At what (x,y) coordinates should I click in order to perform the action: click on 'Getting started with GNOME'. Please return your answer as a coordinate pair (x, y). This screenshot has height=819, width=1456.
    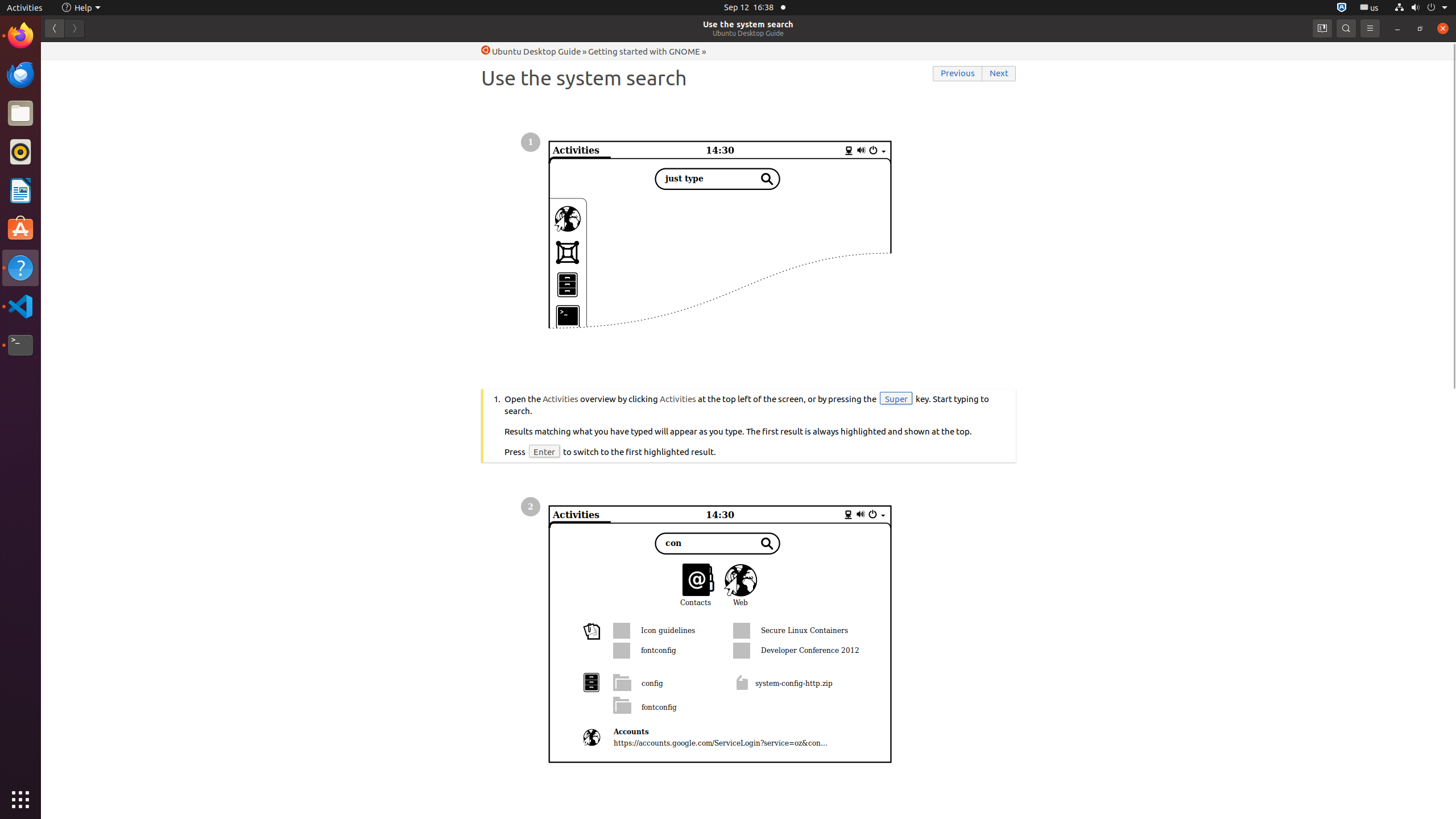
    Looking at the image, I should click on (644, 51).